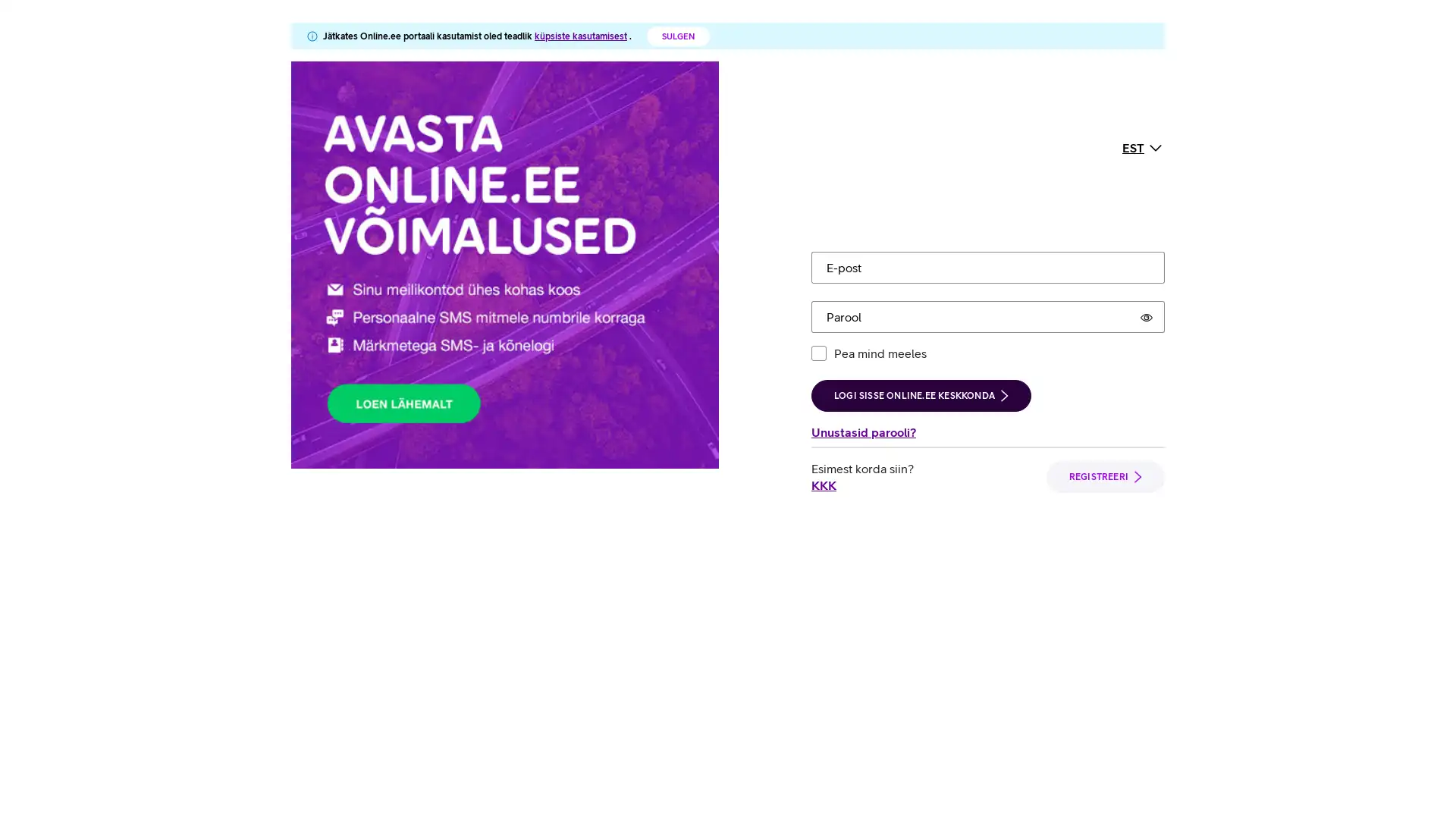 The width and height of the screenshot is (1456, 819). What do you see at coordinates (1143, 76) in the screenshot?
I see `EST` at bounding box center [1143, 76].